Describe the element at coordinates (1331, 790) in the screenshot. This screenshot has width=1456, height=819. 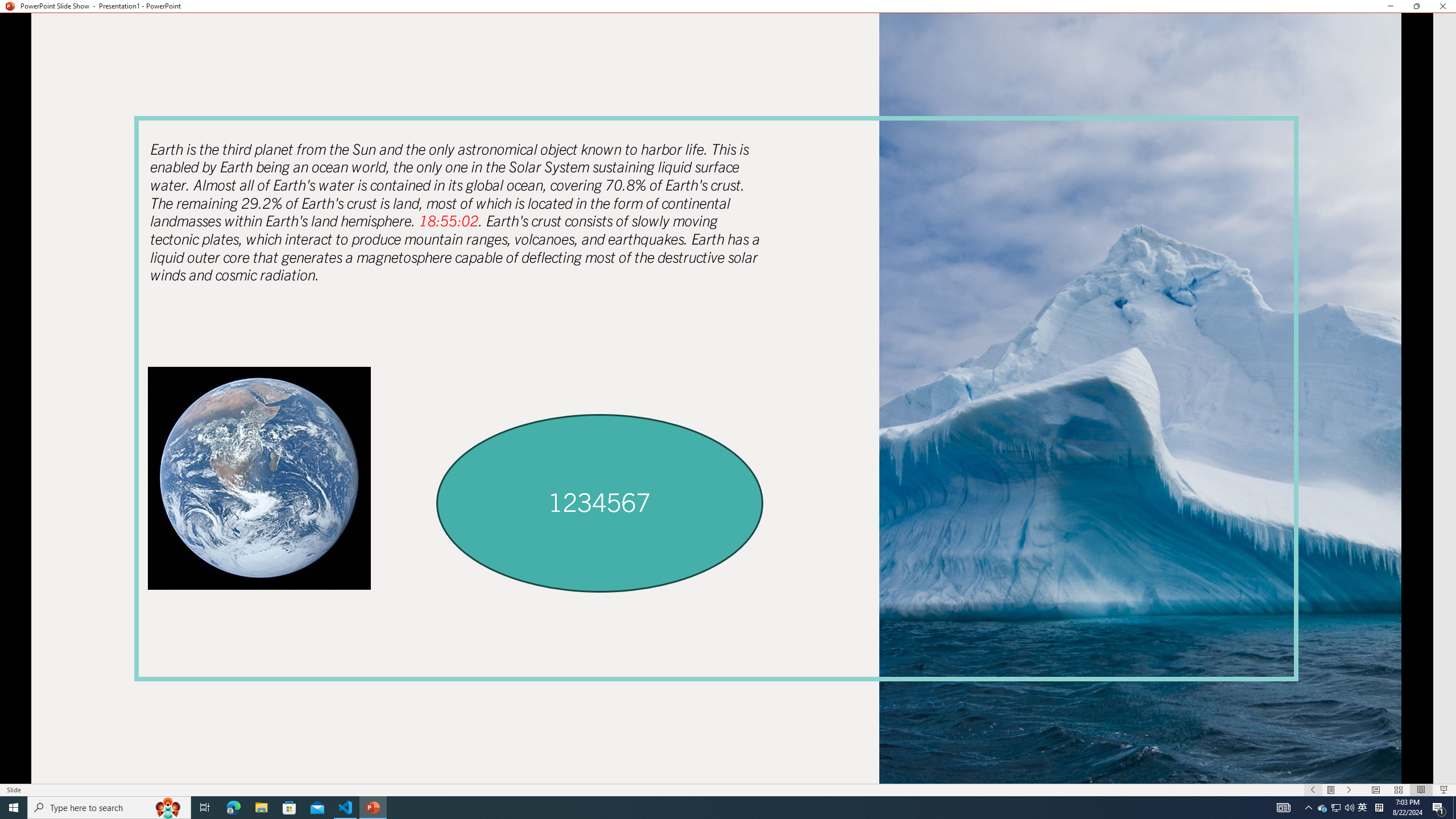
I see `'Menu On'` at that location.